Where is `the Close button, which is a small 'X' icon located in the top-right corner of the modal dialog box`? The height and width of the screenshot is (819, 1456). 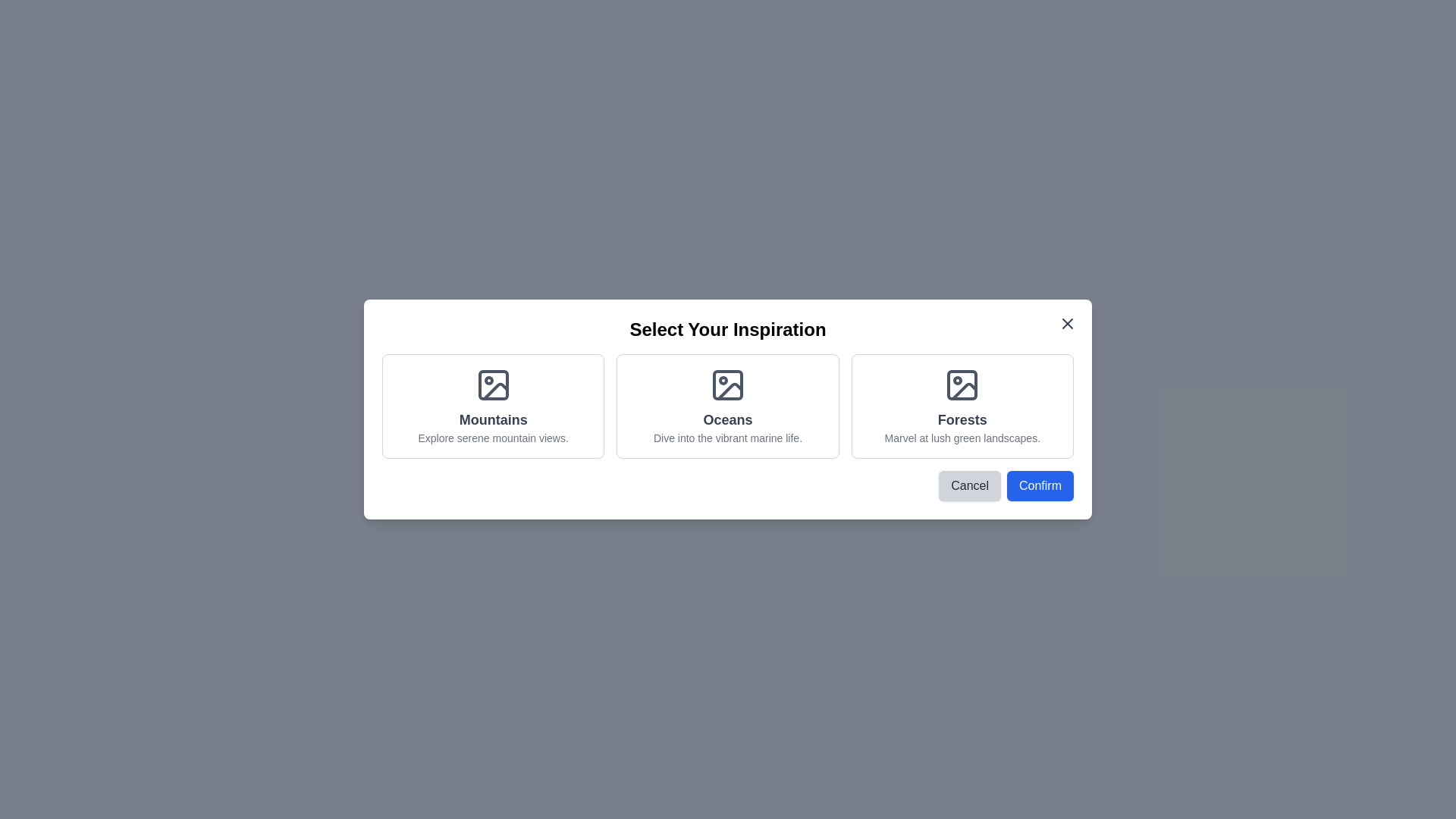 the Close button, which is a small 'X' icon located in the top-right corner of the modal dialog box is located at coordinates (1066, 323).